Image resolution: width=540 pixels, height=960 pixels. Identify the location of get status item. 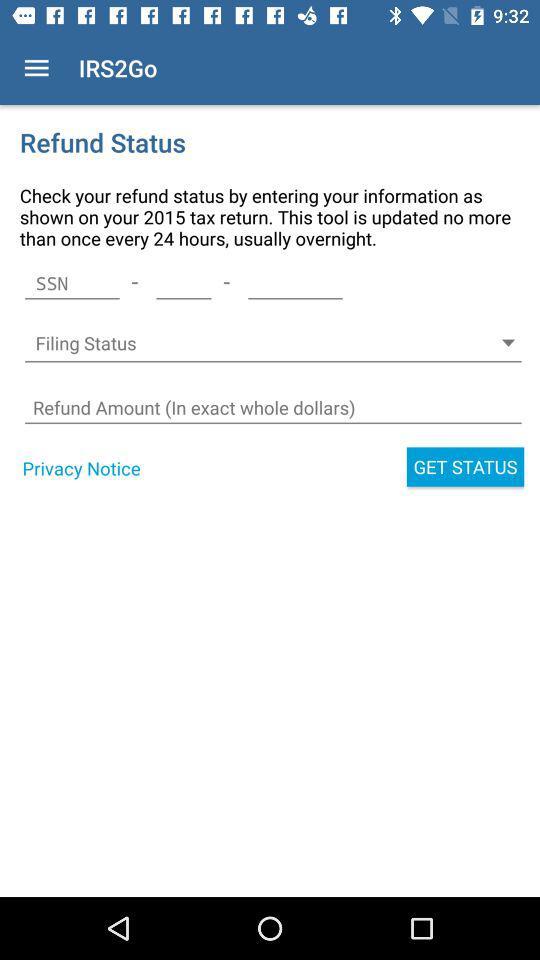
(465, 467).